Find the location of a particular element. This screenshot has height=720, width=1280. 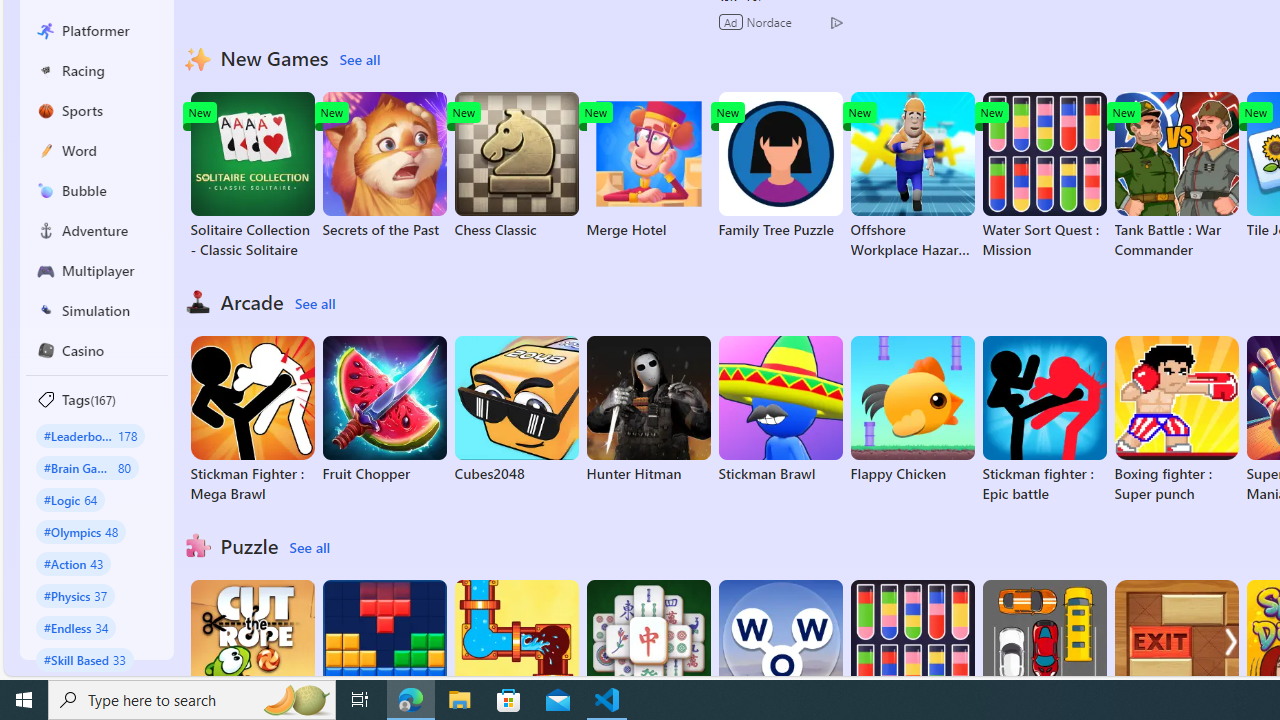

'Tank Battle : War Commander' is located at coordinates (1176, 175).